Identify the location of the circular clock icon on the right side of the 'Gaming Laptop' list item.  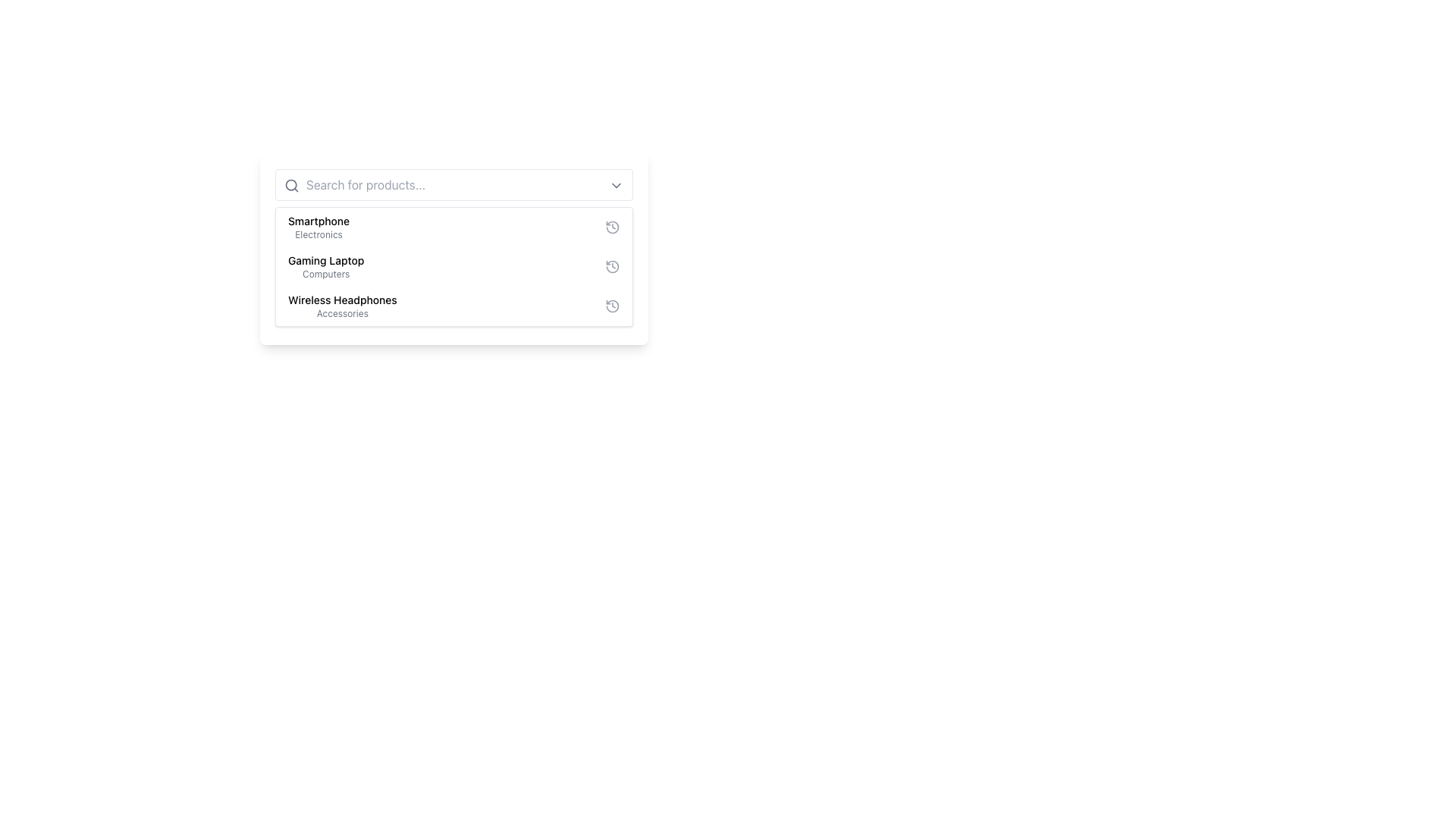
(612, 265).